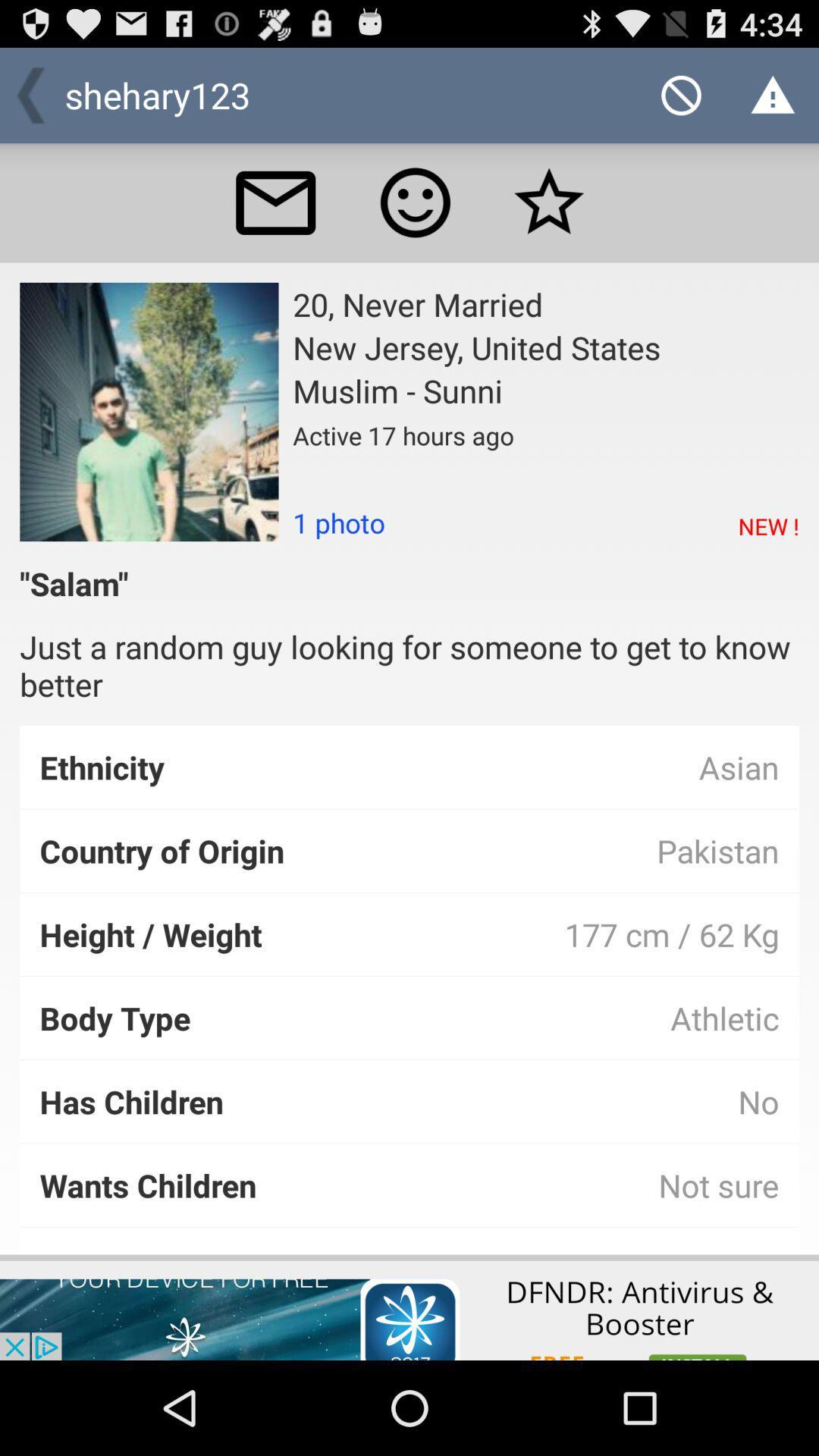 This screenshot has height=1456, width=819. What do you see at coordinates (415, 216) in the screenshot?
I see `the emoji icon` at bounding box center [415, 216].